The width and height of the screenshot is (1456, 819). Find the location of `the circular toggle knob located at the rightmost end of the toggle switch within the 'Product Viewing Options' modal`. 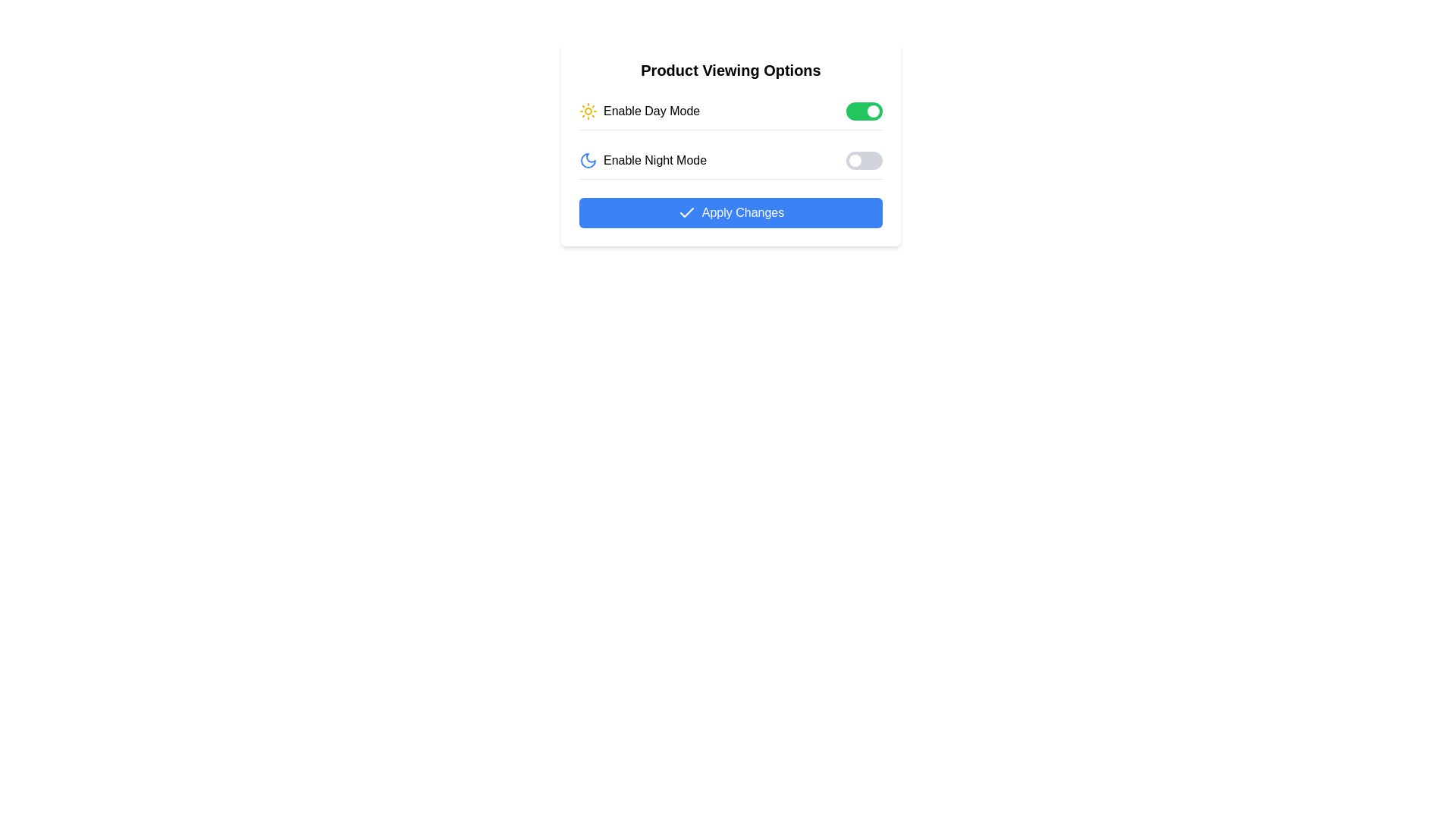

the circular toggle knob located at the rightmost end of the toggle switch within the 'Product Viewing Options' modal is located at coordinates (874, 110).